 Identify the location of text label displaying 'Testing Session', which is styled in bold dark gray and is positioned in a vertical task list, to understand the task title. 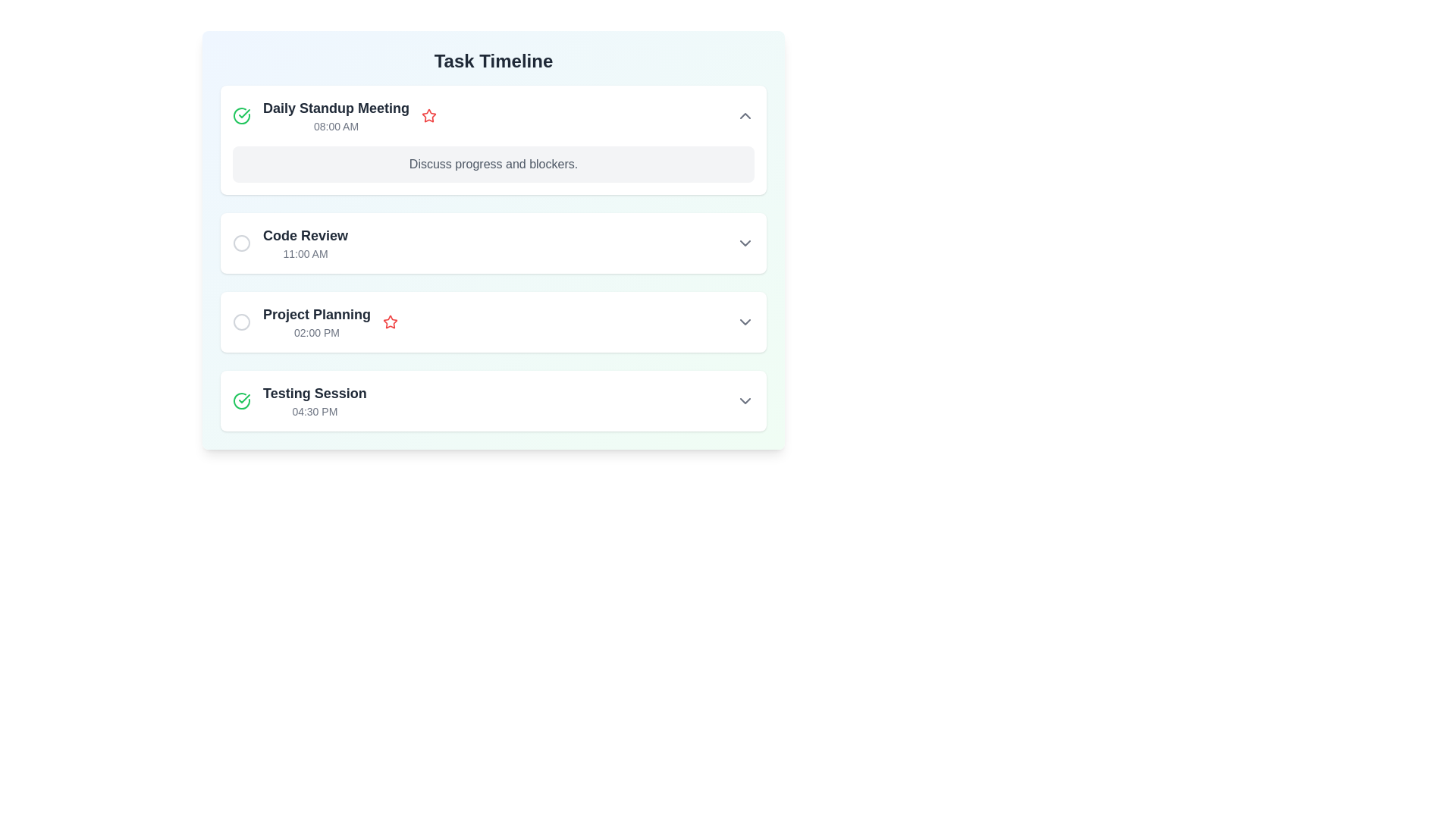
(314, 393).